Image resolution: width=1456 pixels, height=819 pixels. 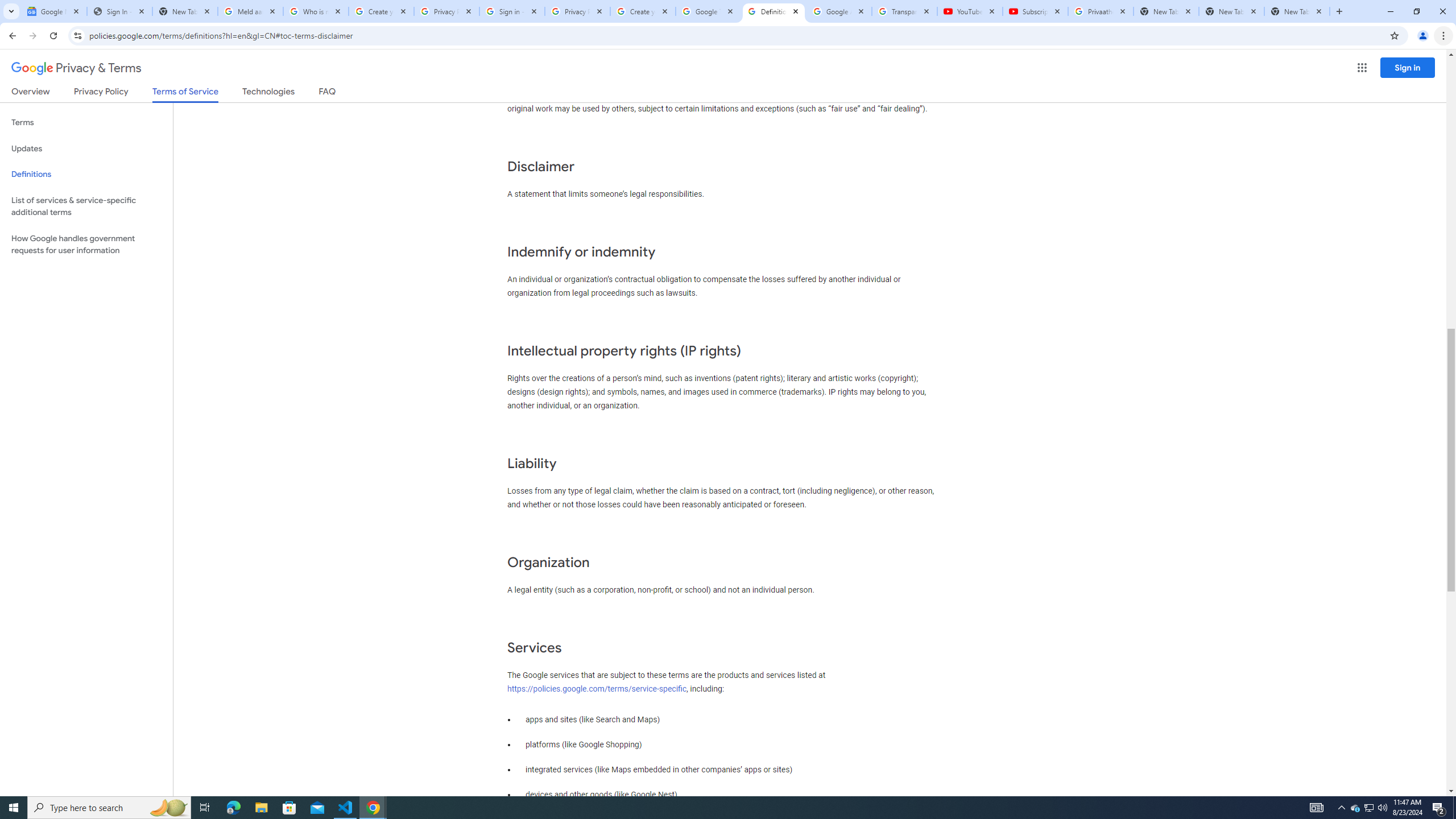 I want to click on 'FAQ', so click(x=327, y=93).